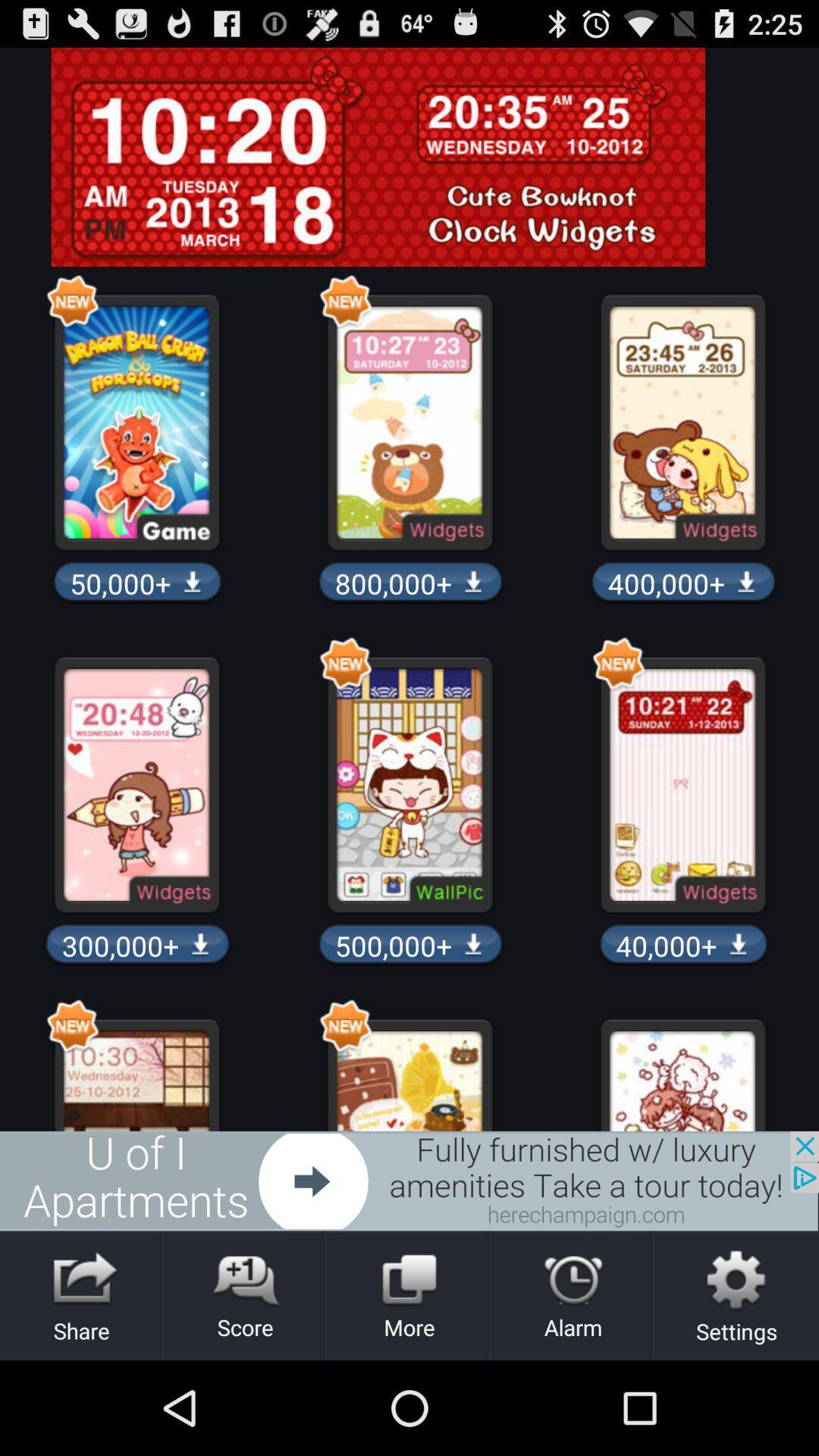 This screenshot has height=1456, width=819. Describe the element at coordinates (409, 1180) in the screenshot. I see `game` at that location.